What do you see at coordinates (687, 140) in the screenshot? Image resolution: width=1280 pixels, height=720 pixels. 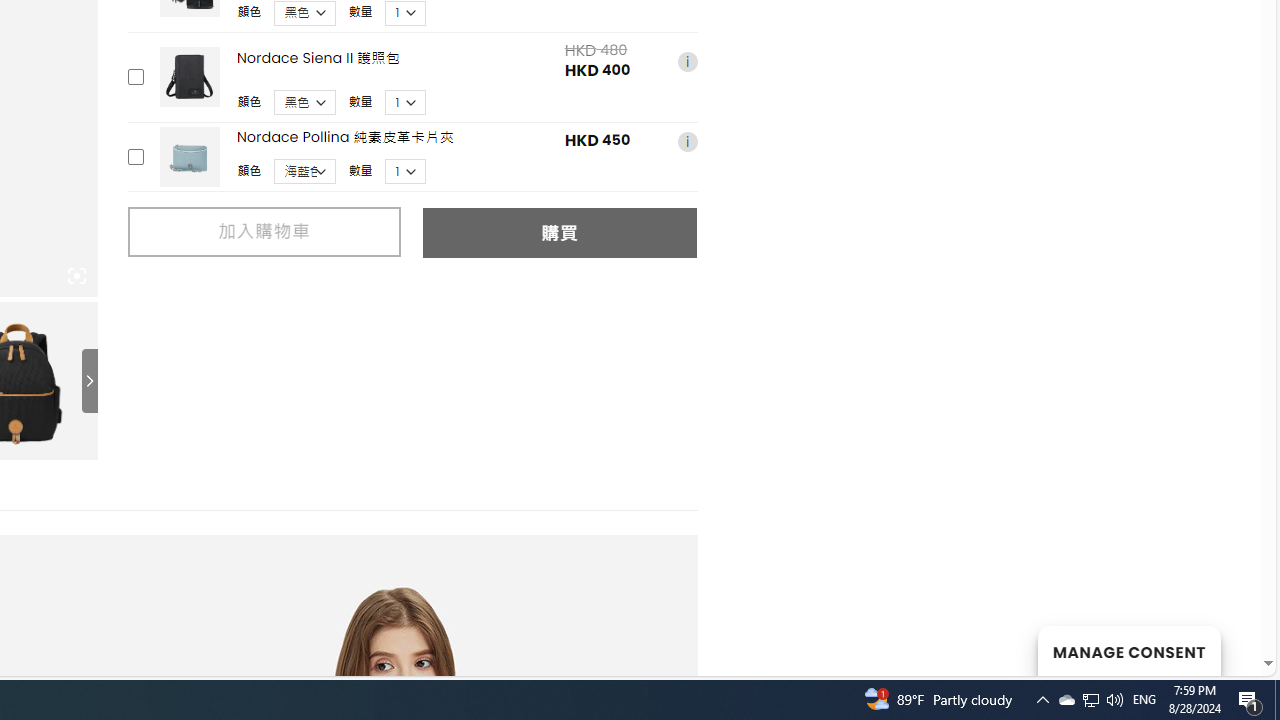 I see `'i'` at bounding box center [687, 140].